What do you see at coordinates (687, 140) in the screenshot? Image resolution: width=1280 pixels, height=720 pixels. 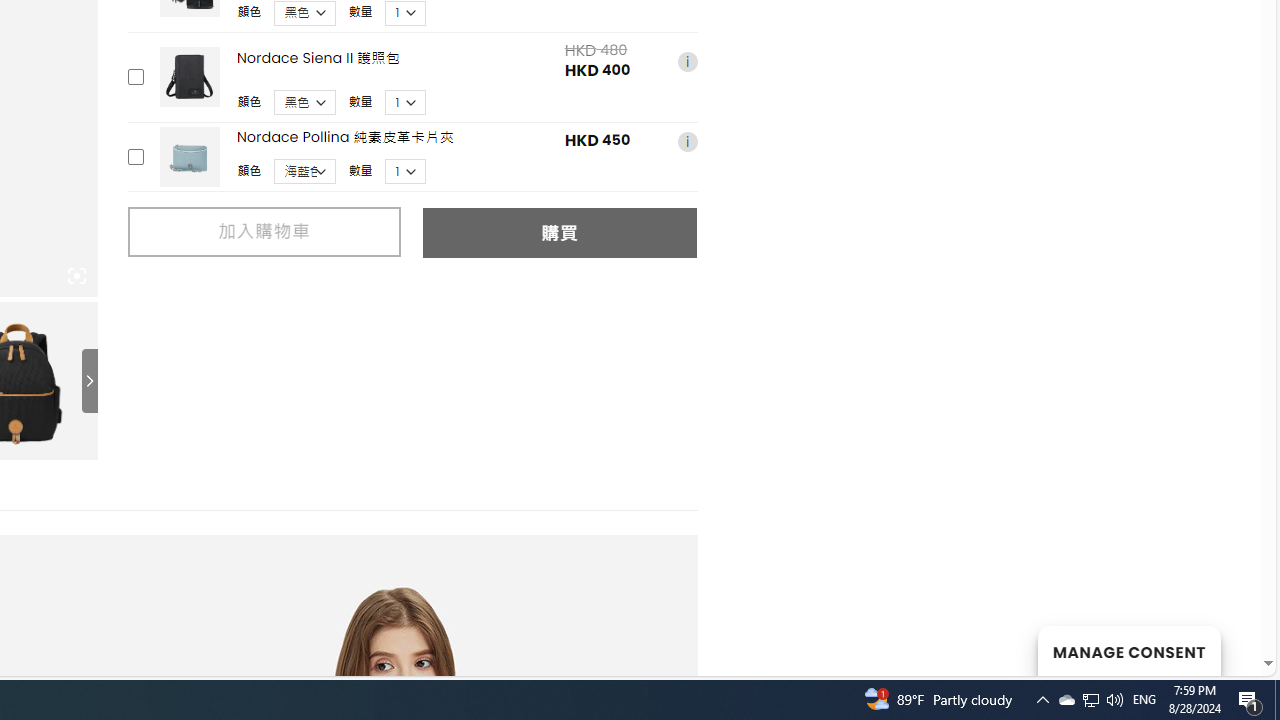 I see `'i'` at bounding box center [687, 140].